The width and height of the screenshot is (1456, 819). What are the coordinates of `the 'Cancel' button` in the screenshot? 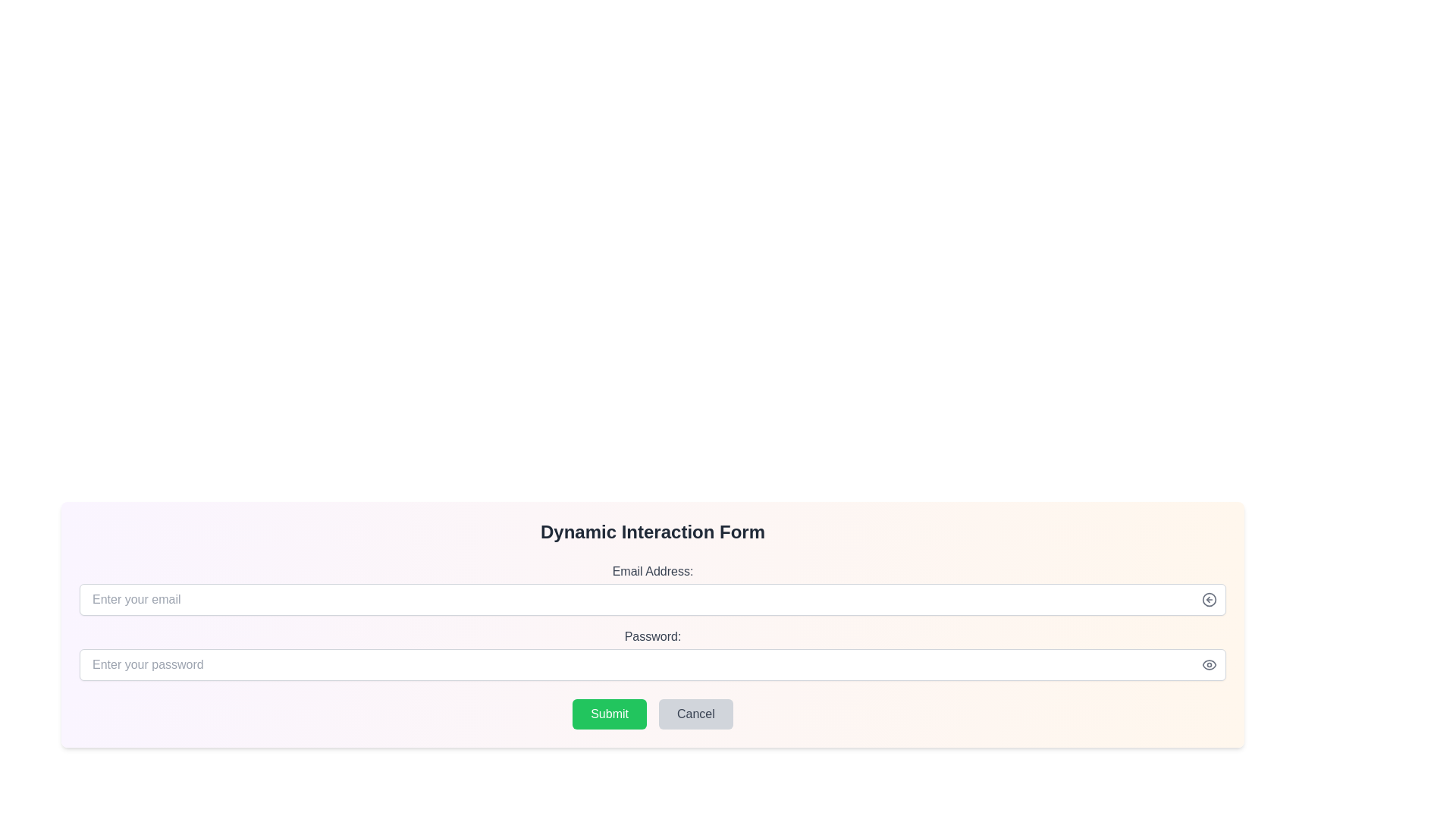 It's located at (695, 714).